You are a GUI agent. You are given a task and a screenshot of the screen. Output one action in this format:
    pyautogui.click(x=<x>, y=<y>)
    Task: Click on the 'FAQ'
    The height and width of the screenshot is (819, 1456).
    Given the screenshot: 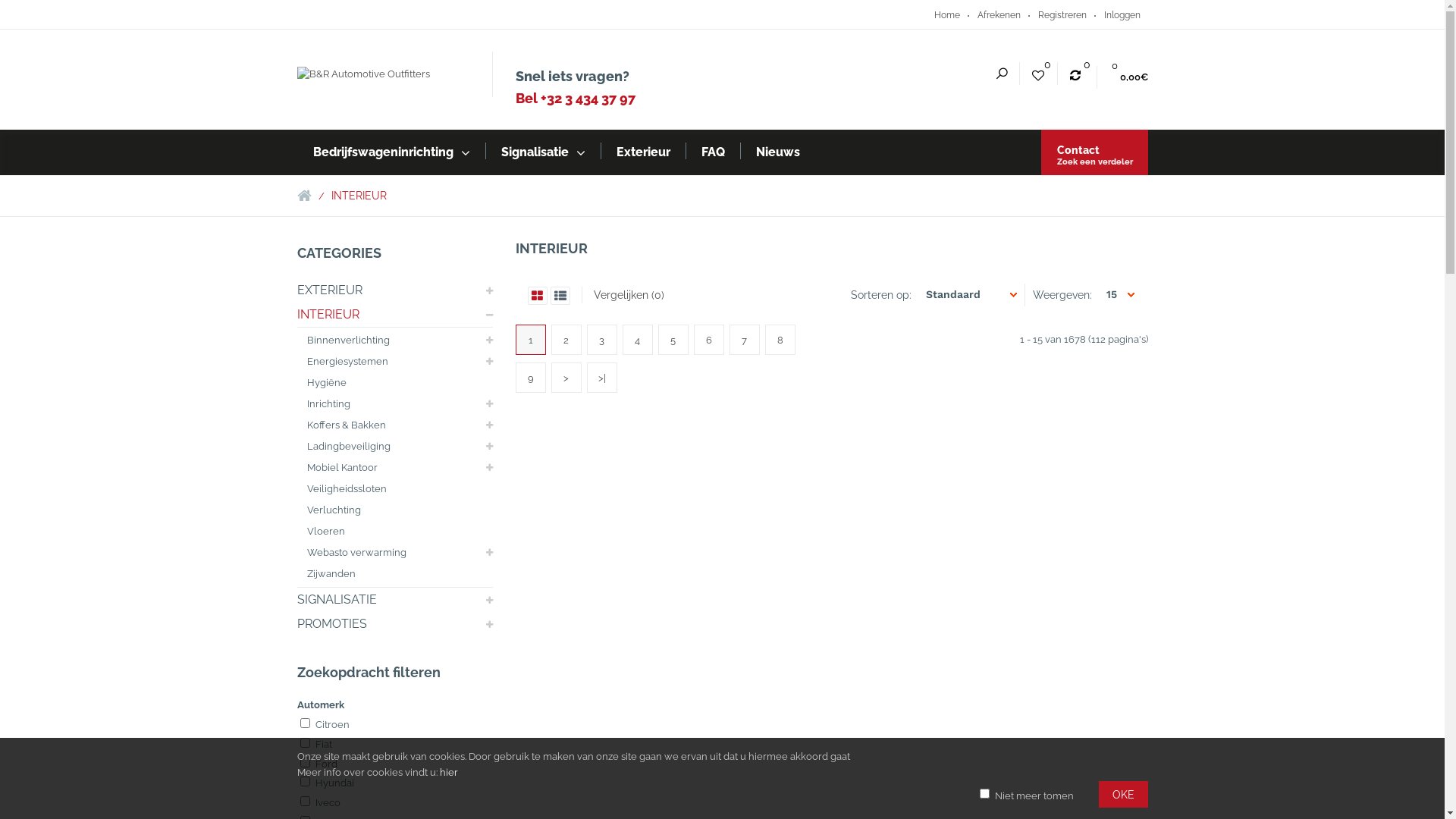 What is the action you would take?
    pyautogui.click(x=712, y=152)
    